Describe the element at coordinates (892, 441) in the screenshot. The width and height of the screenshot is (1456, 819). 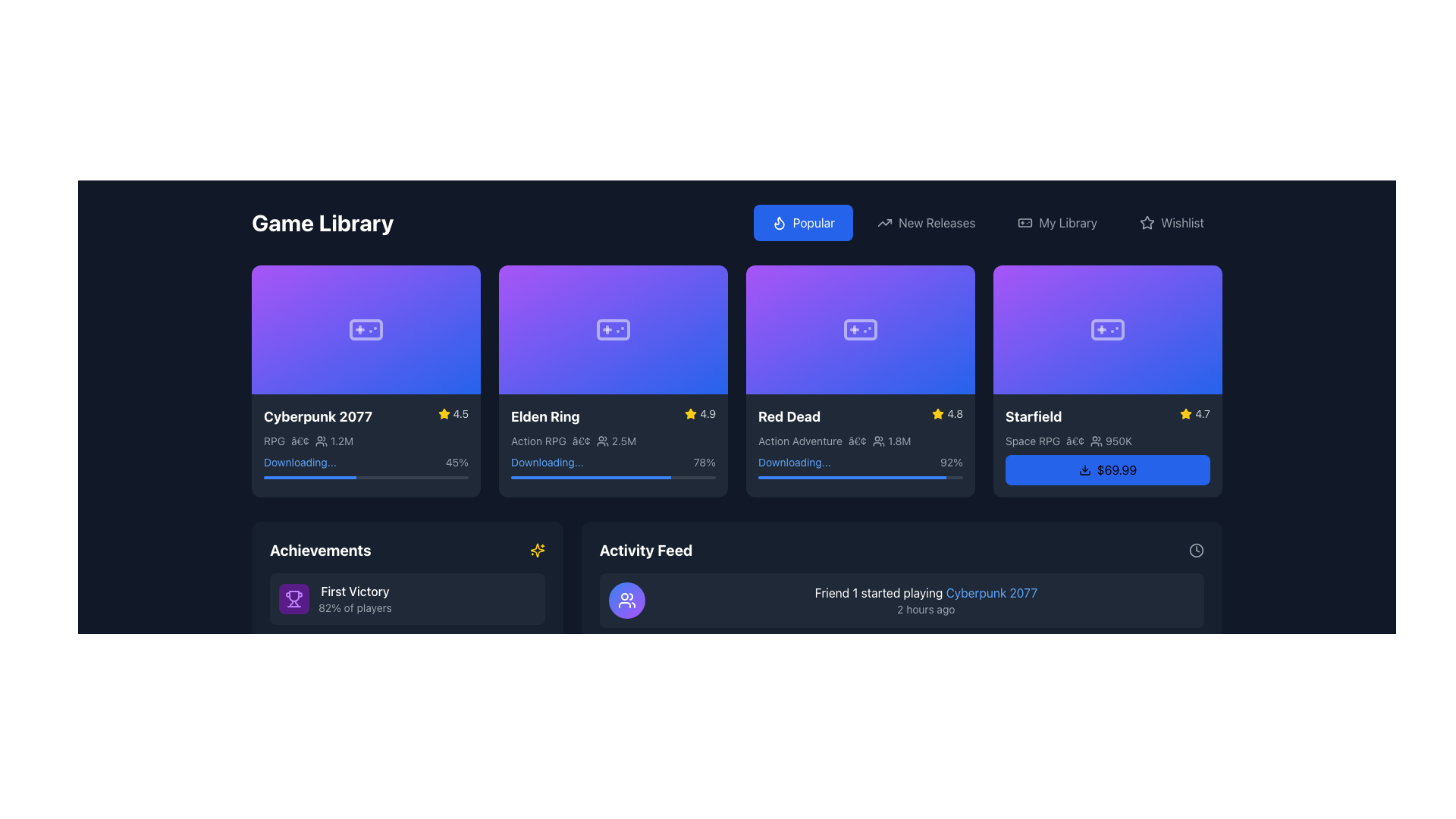
I see `the Text label indicating the number of users or downloads for the game 'Red Dead', located in the third card of the 'Game Library' section, to the right of the user icon` at that location.